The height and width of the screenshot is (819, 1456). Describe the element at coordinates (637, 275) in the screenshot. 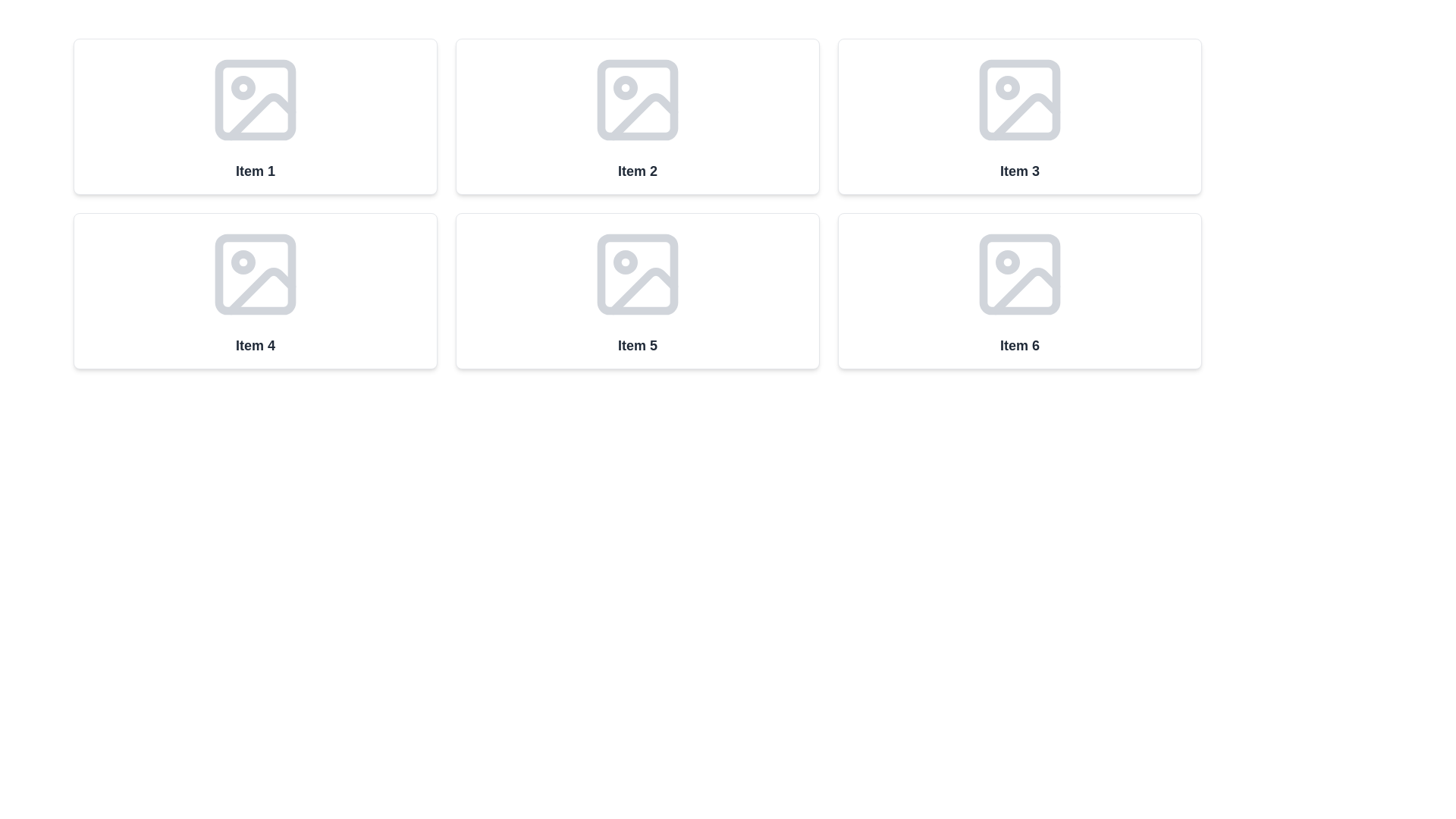

I see `the primary SVG icon resembling an 'image' placeholder located in the upper section of the card labeled 'Item 5'` at that location.